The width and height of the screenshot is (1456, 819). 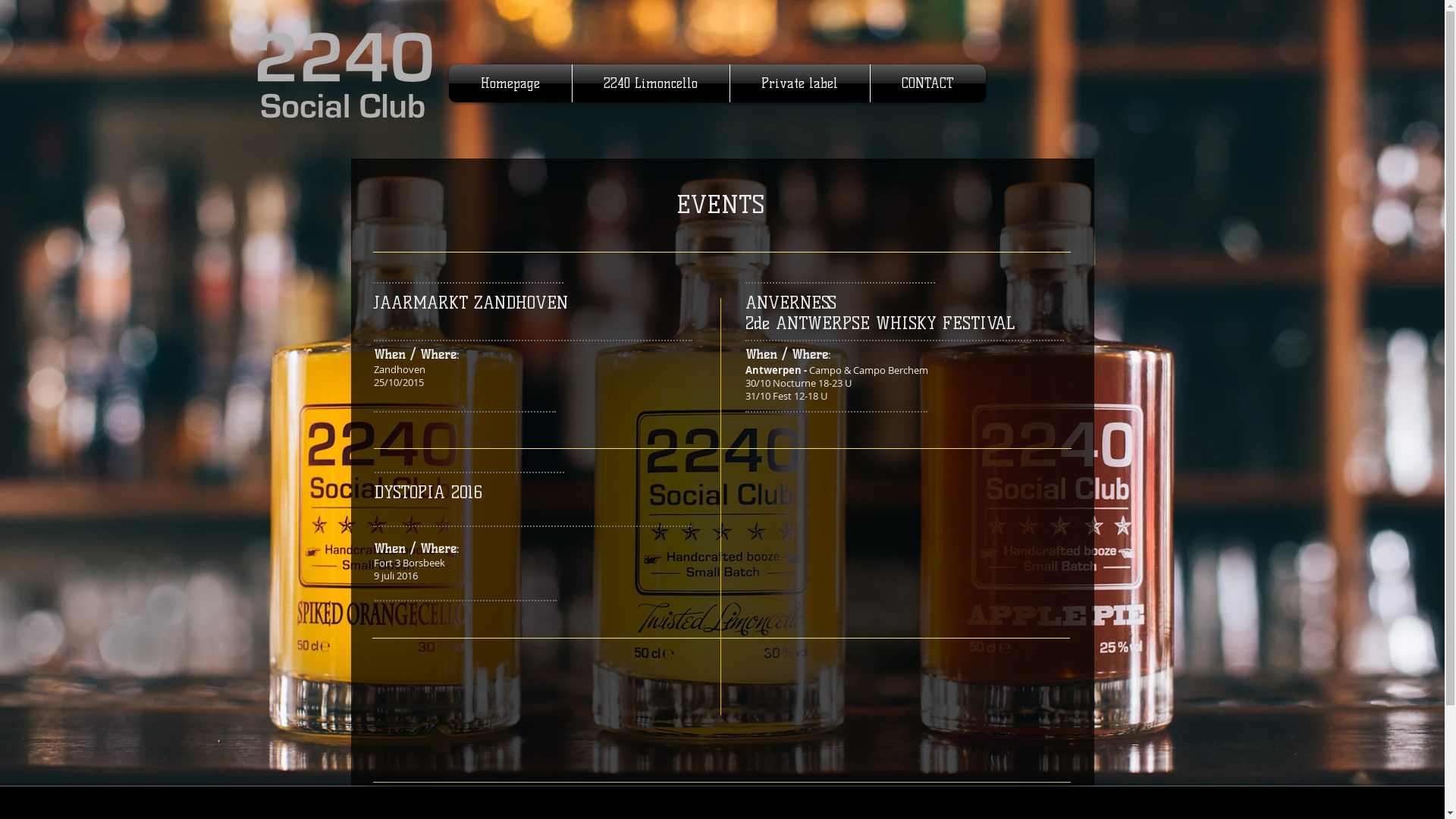 What do you see at coordinates (927, 83) in the screenshot?
I see `'CONTACT'` at bounding box center [927, 83].